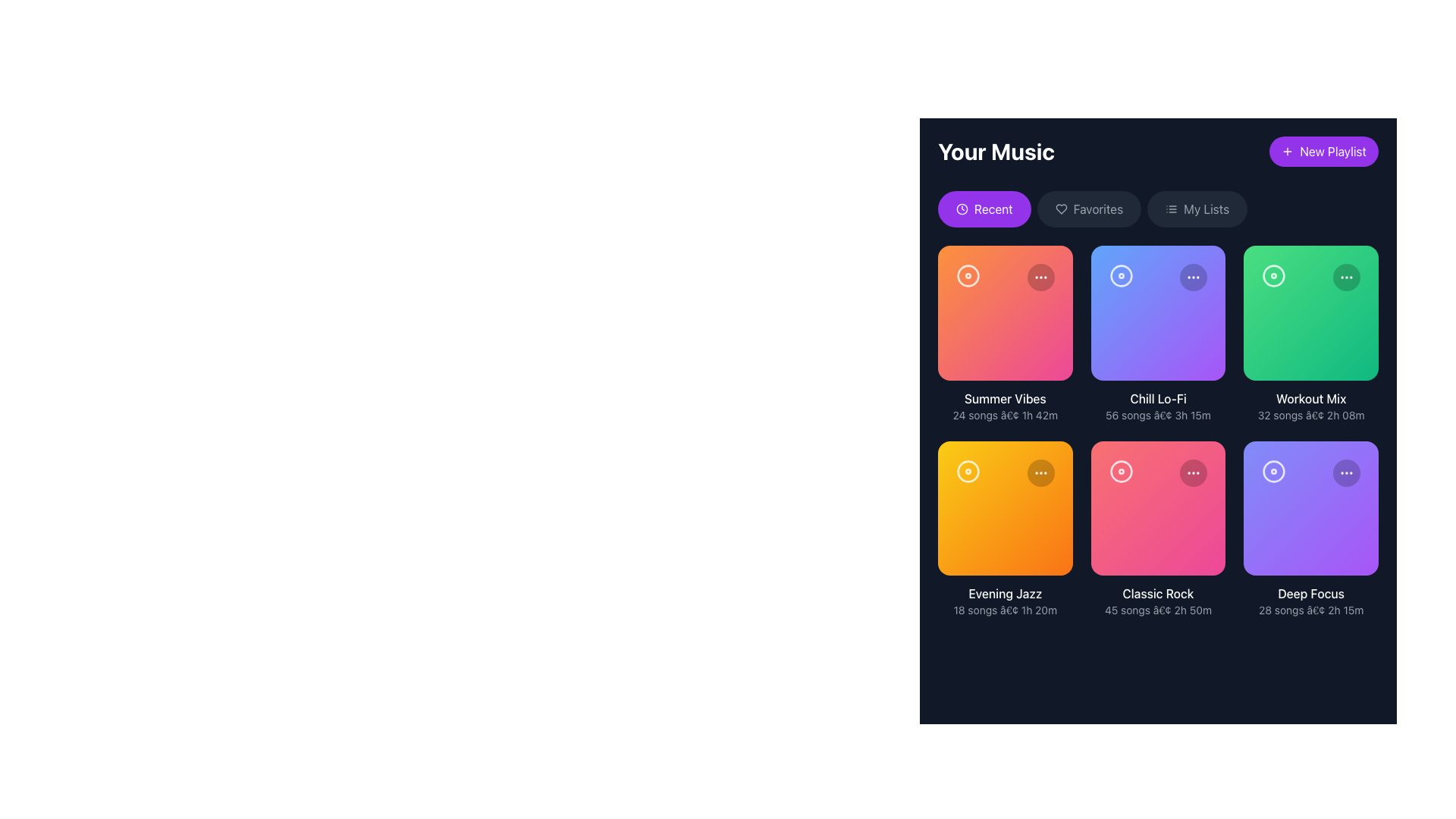  Describe the element at coordinates (1347, 278) in the screenshot. I see `the circular button with three horizontal white dots in the top-right corner of the 'Workout Mix' block` at that location.